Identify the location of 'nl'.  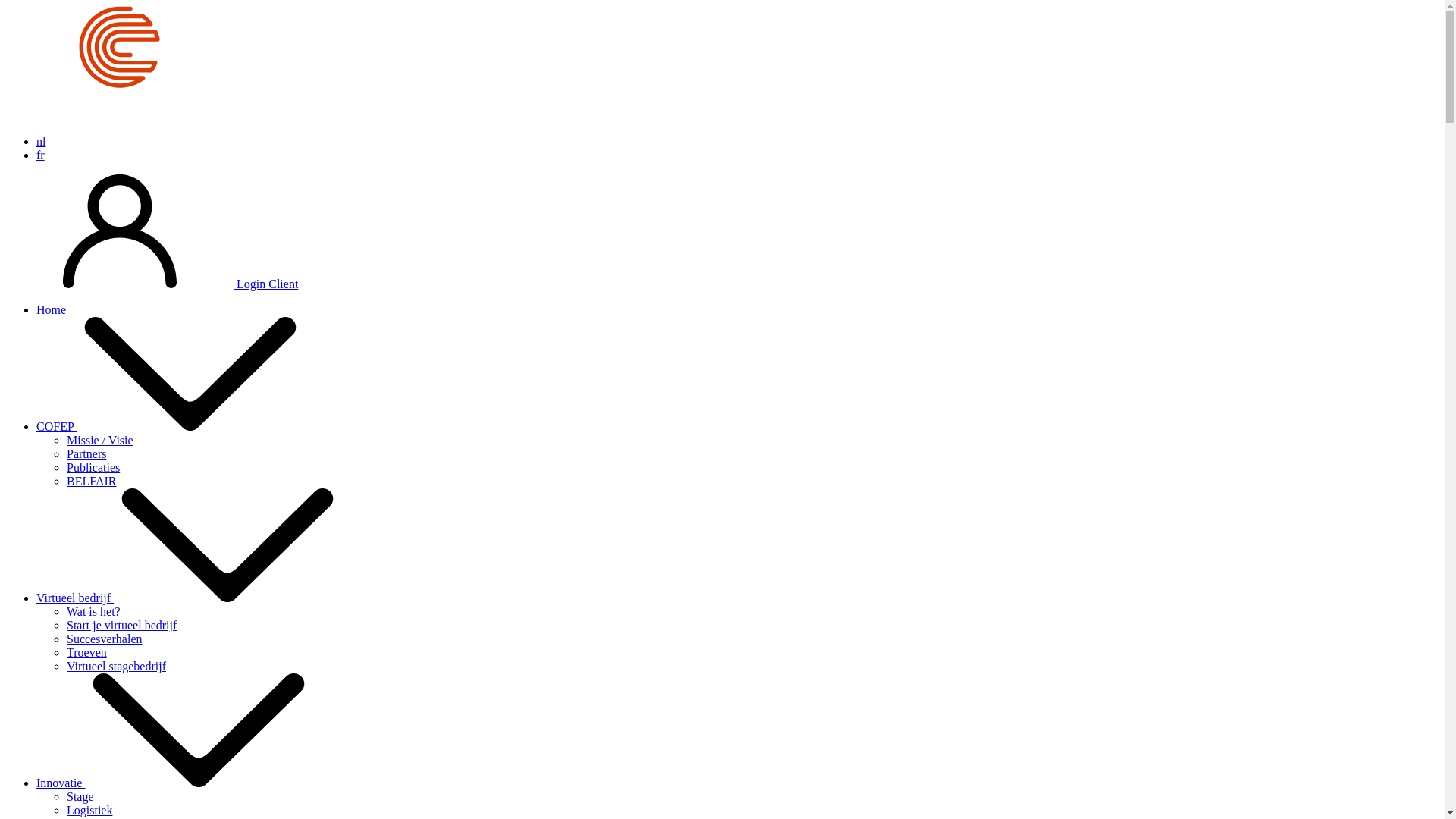
(36, 141).